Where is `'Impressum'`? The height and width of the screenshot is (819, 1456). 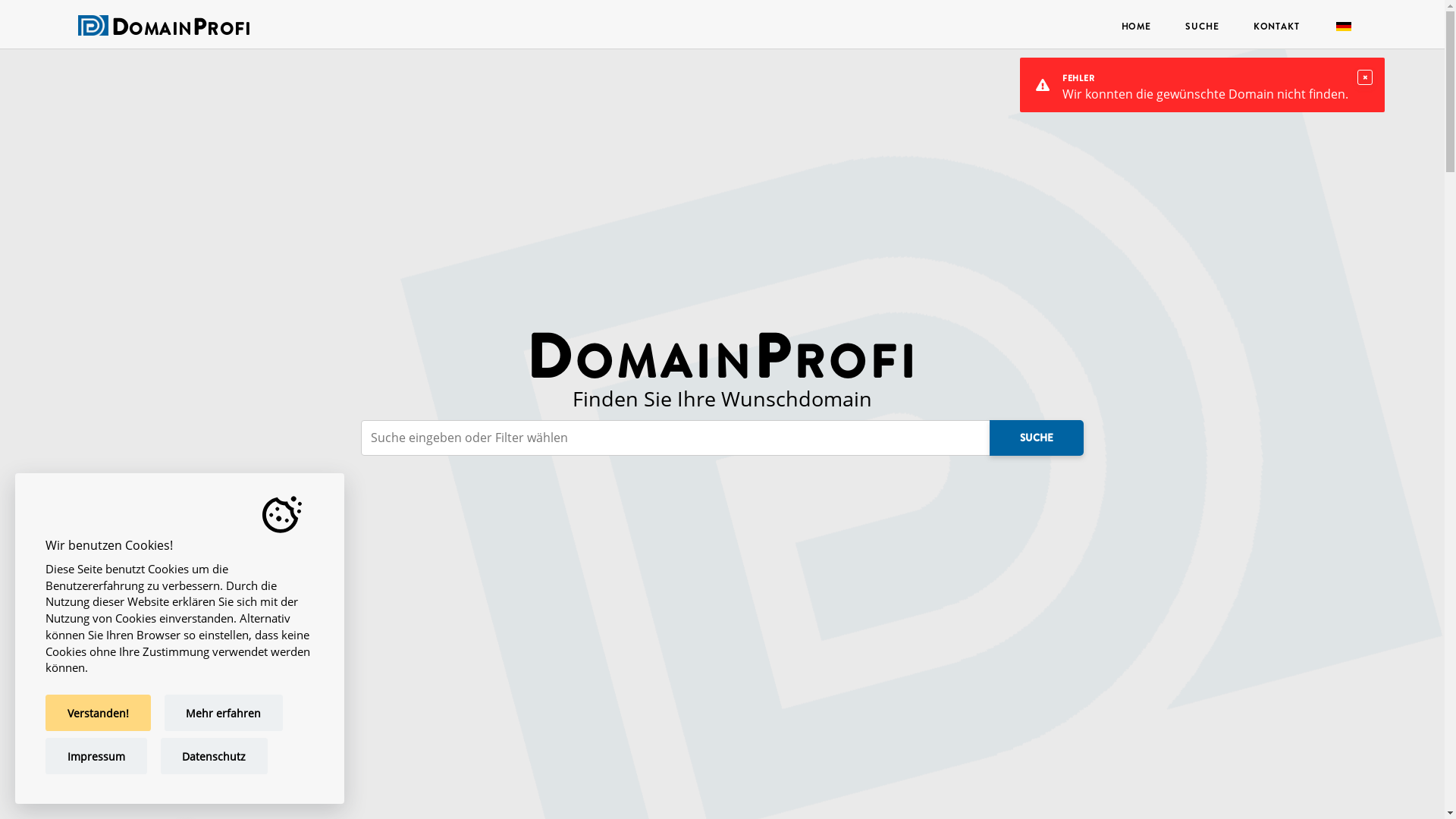
'Impressum' is located at coordinates (95, 755).